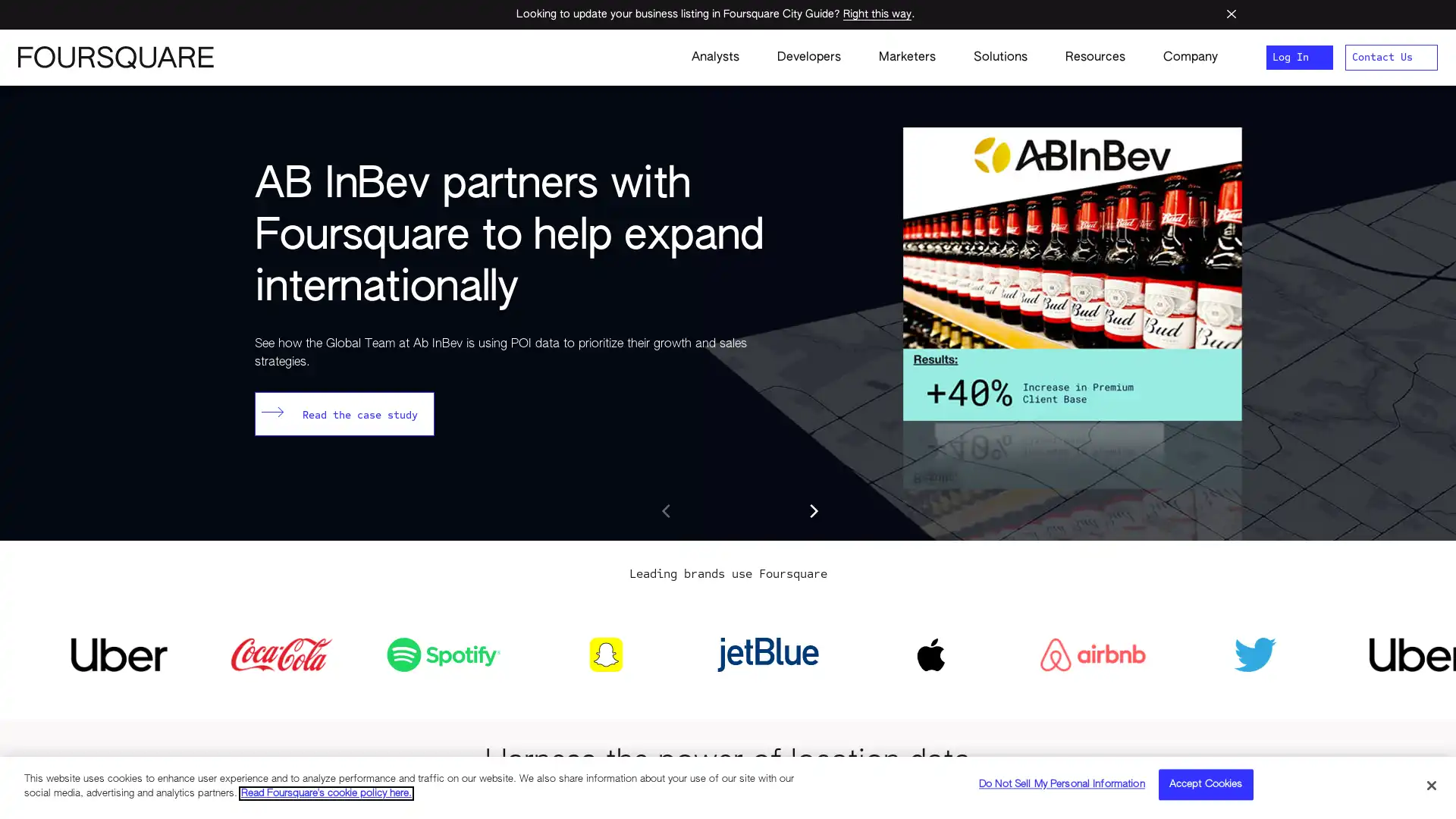 Image resolution: width=1456 pixels, height=819 pixels. Describe the element at coordinates (1061, 785) in the screenshot. I see `Do Not Sell My Personal Information` at that location.